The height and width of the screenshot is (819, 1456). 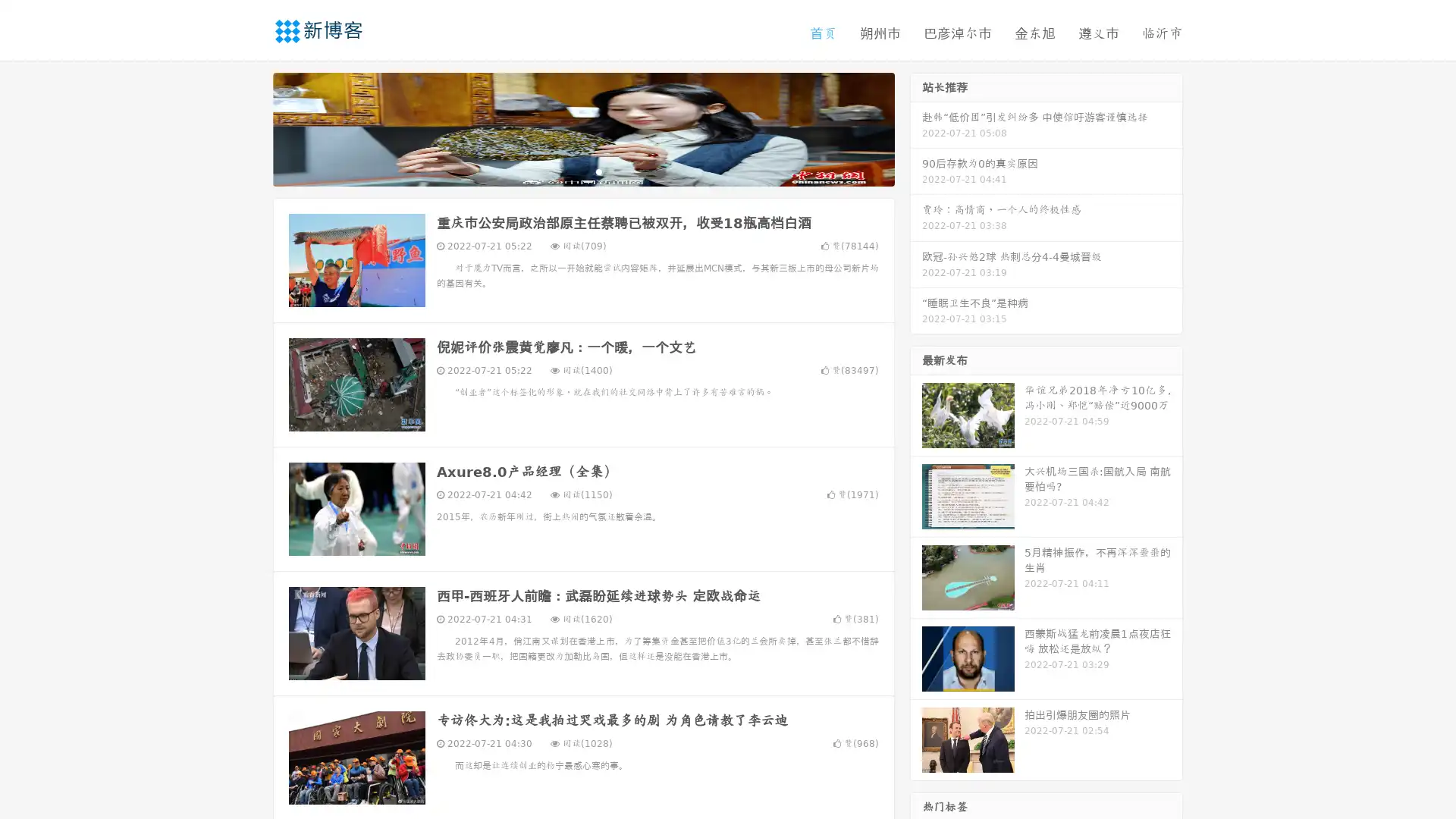 What do you see at coordinates (582, 171) in the screenshot?
I see `Go to slide 2` at bounding box center [582, 171].